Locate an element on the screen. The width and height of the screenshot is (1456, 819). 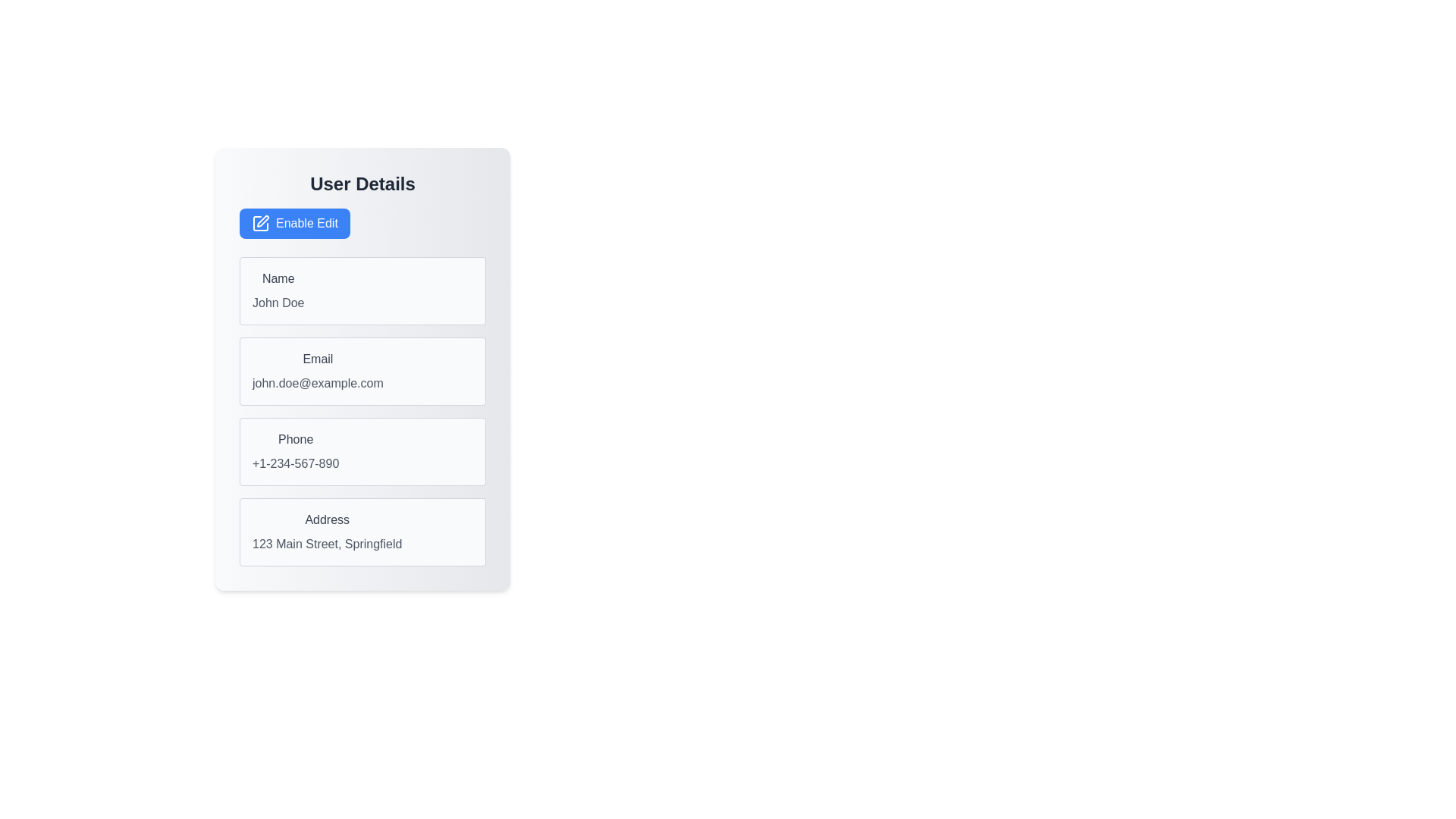
the static text element displaying the name 'John Doe', which is located beneath the 'Name' label in the top-left portion of the layout is located at coordinates (278, 303).